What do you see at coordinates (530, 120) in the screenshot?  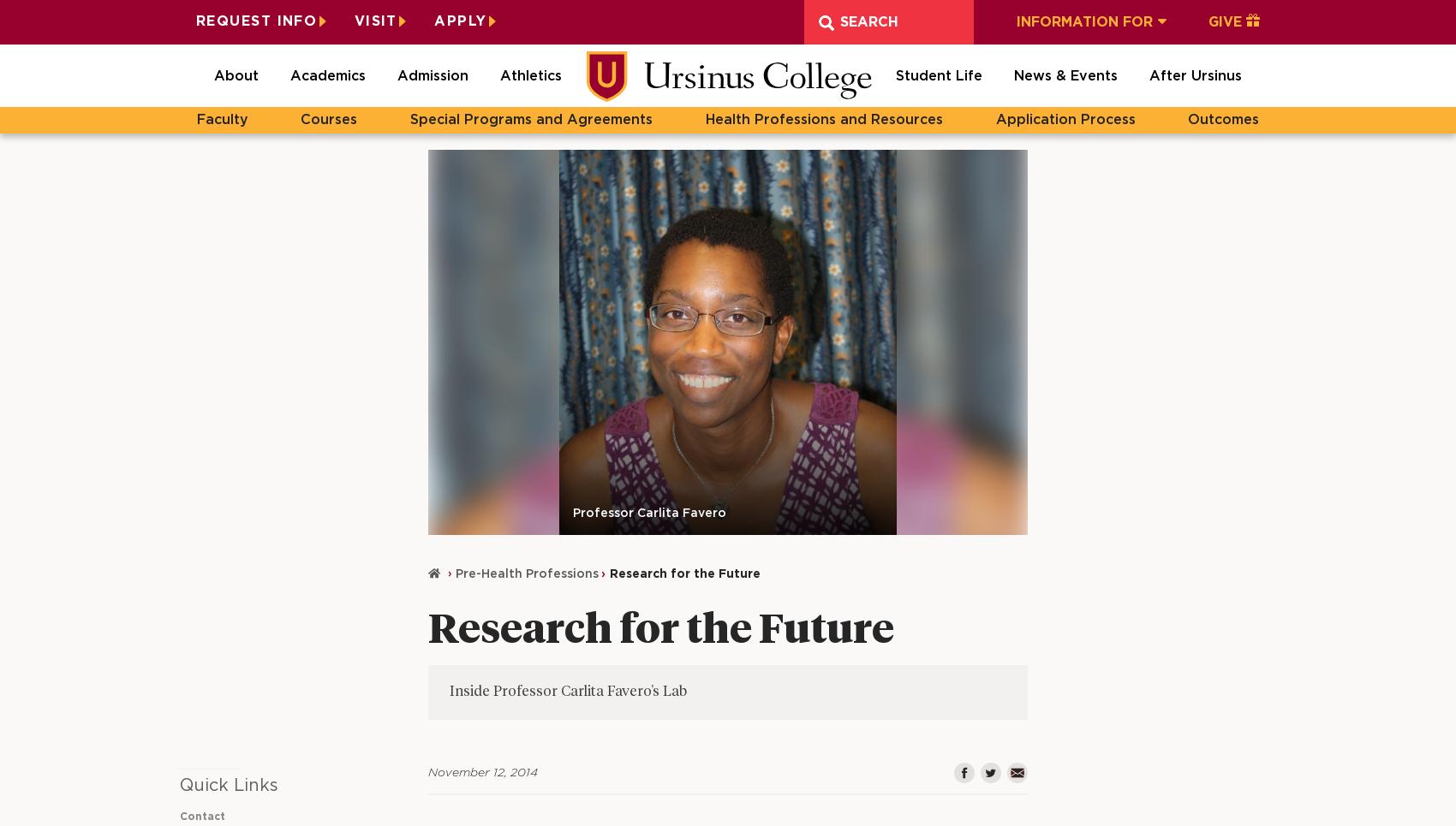 I see `'Special Programs and Agreements'` at bounding box center [530, 120].